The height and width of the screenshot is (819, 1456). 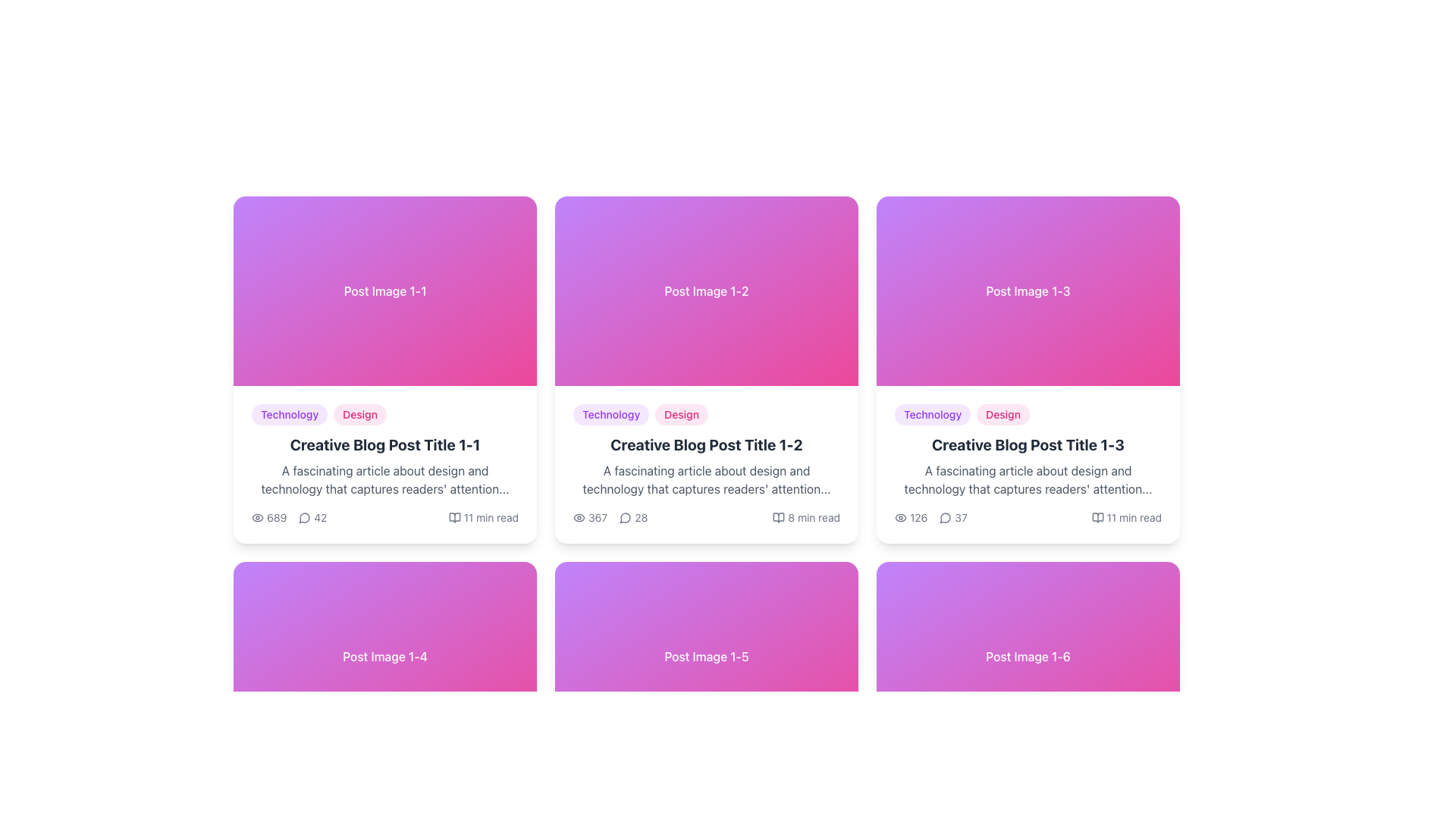 I want to click on the second card in the first row of the grid layout that provides a preview and summary of a specific blog post, so click(x=705, y=370).